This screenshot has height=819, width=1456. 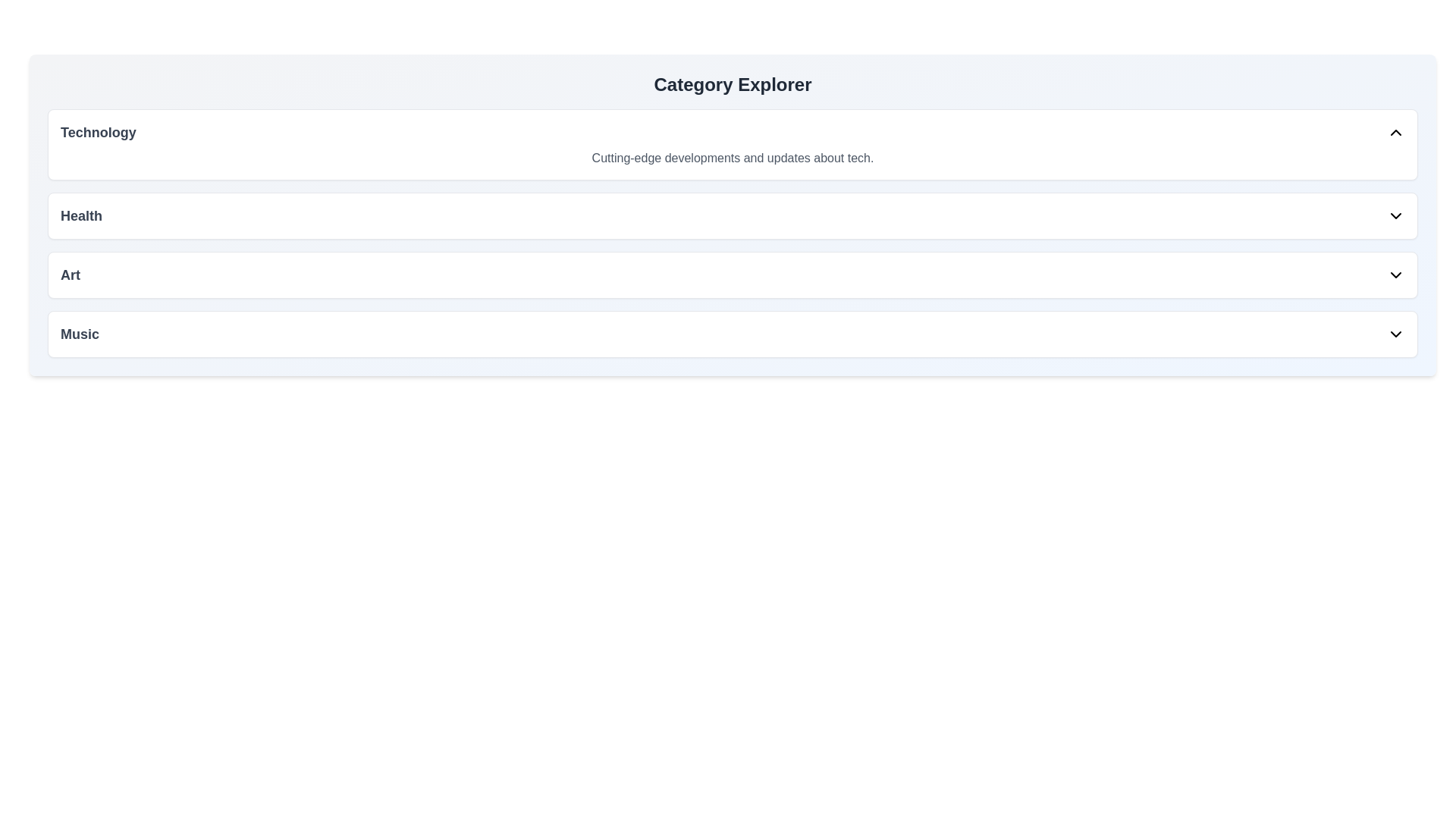 I want to click on the title of the category Health to view its details, so click(x=80, y=216).